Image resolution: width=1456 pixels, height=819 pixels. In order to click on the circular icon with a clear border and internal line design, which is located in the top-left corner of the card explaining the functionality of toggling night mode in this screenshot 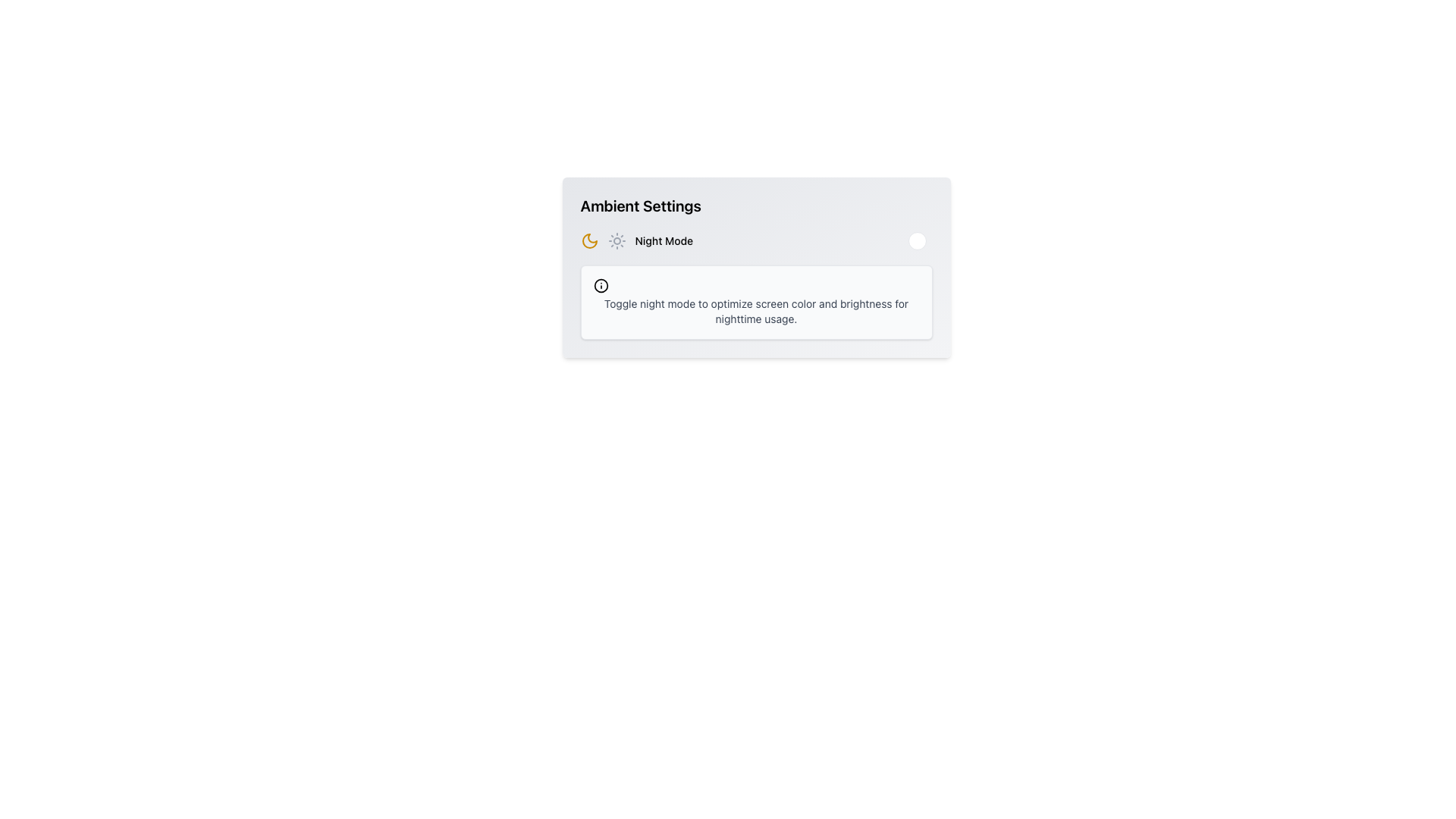, I will do `click(600, 286)`.